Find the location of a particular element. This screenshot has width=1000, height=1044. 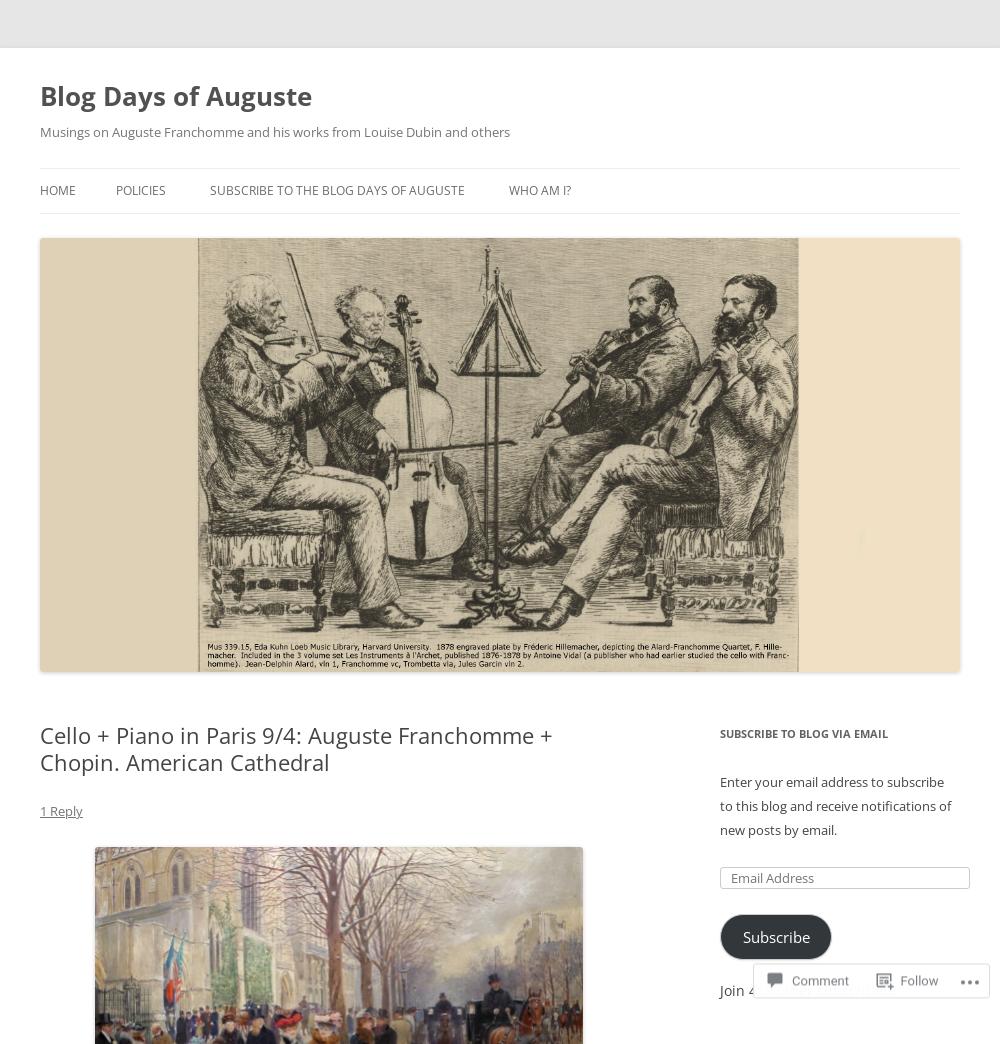

'Policies' is located at coordinates (115, 189).